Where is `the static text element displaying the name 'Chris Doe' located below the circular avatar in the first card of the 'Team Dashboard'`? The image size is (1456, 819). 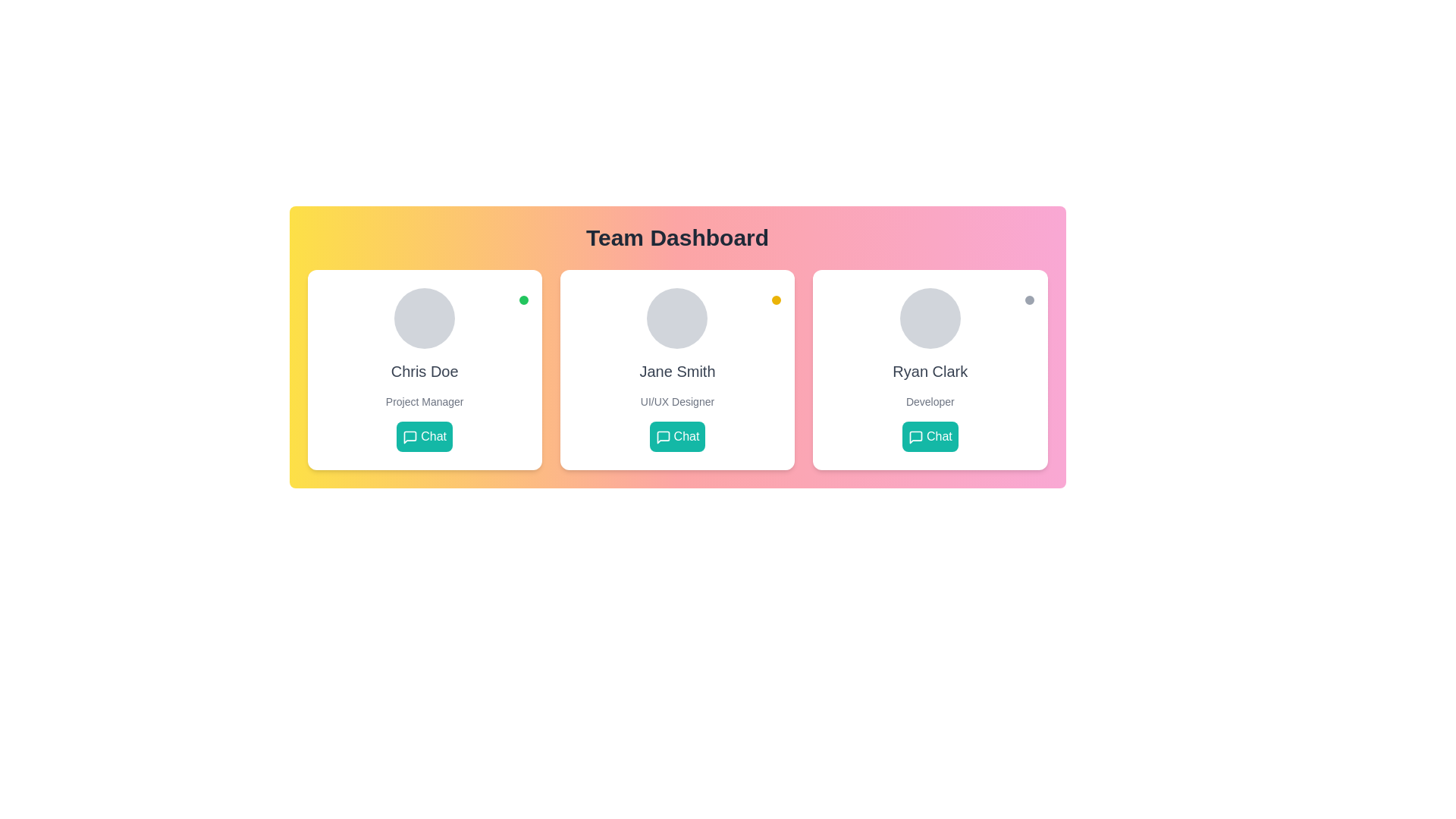
the static text element displaying the name 'Chris Doe' located below the circular avatar in the first card of the 'Team Dashboard' is located at coordinates (425, 371).